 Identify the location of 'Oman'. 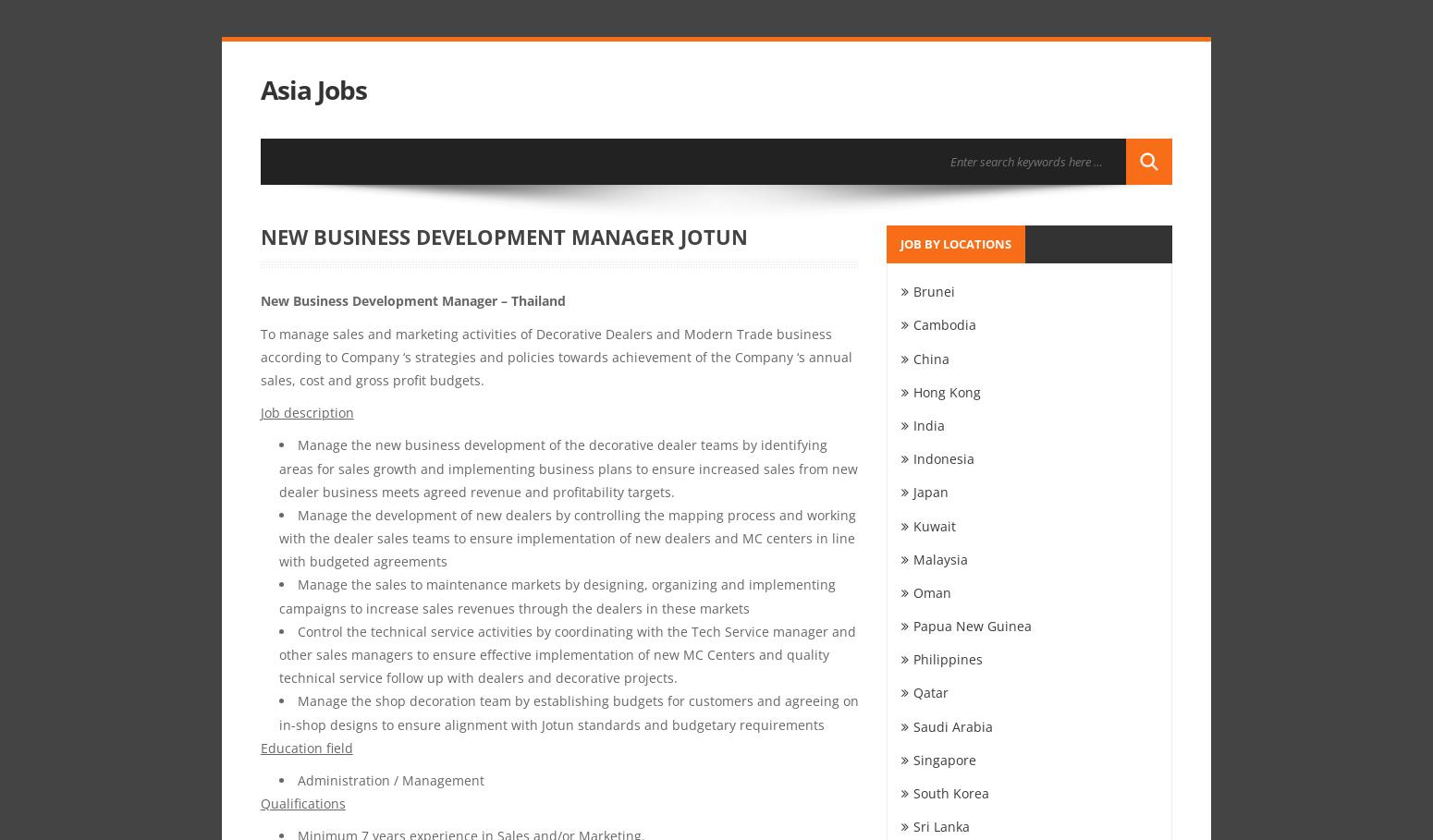
(932, 590).